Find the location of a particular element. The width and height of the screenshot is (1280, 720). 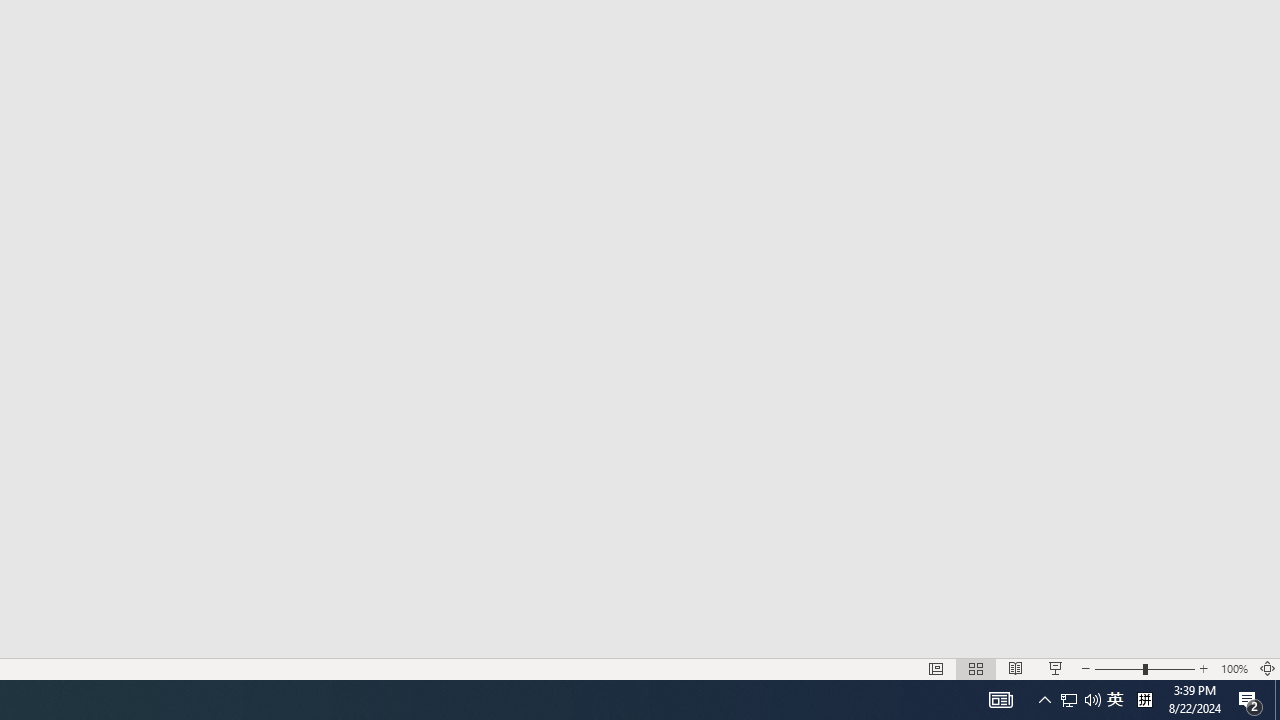

'Tray Input Indicator - Chinese (Simplified, China)' is located at coordinates (1144, 698).